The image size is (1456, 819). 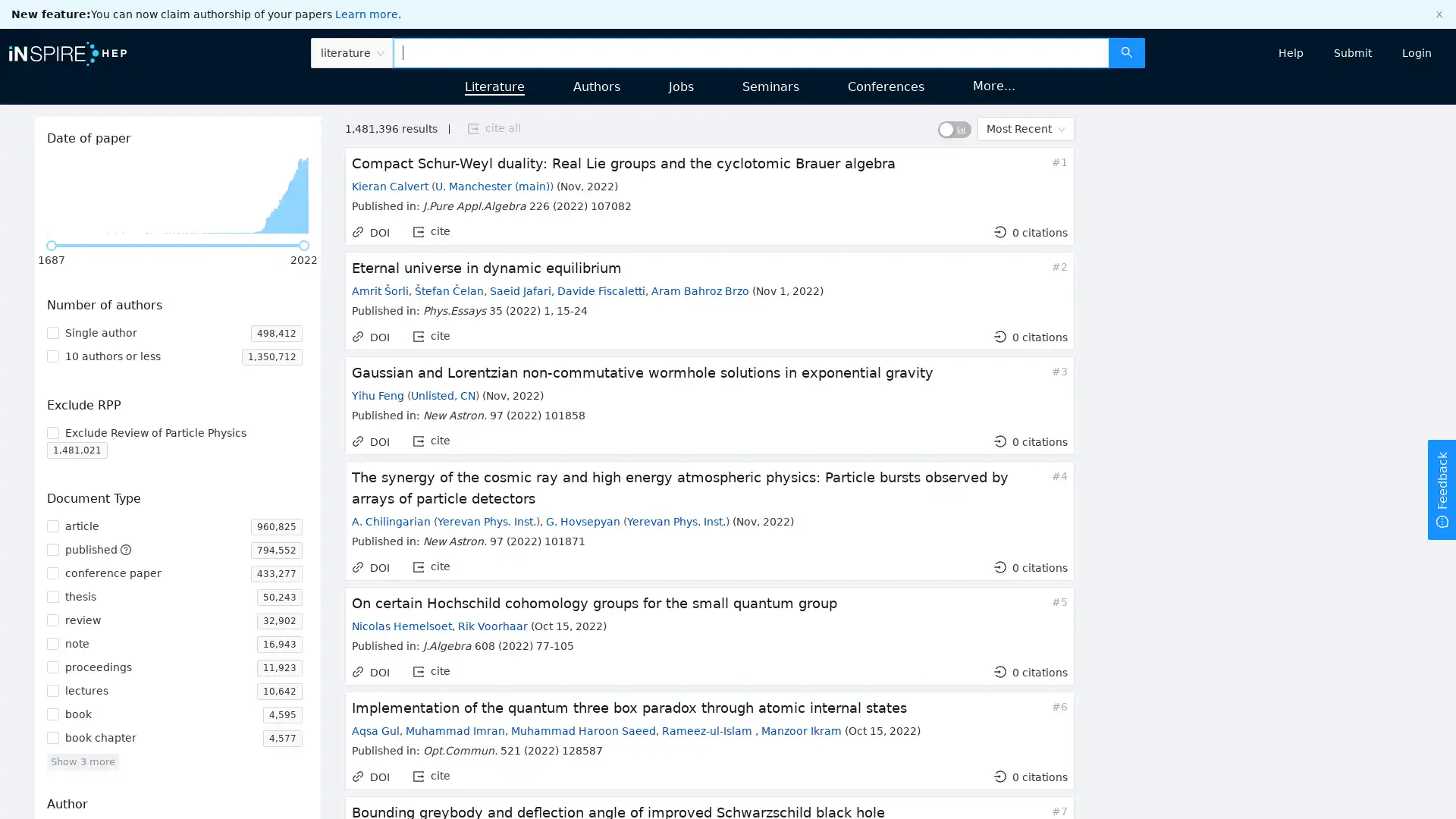 What do you see at coordinates (429, 567) in the screenshot?
I see `export cite` at bounding box center [429, 567].